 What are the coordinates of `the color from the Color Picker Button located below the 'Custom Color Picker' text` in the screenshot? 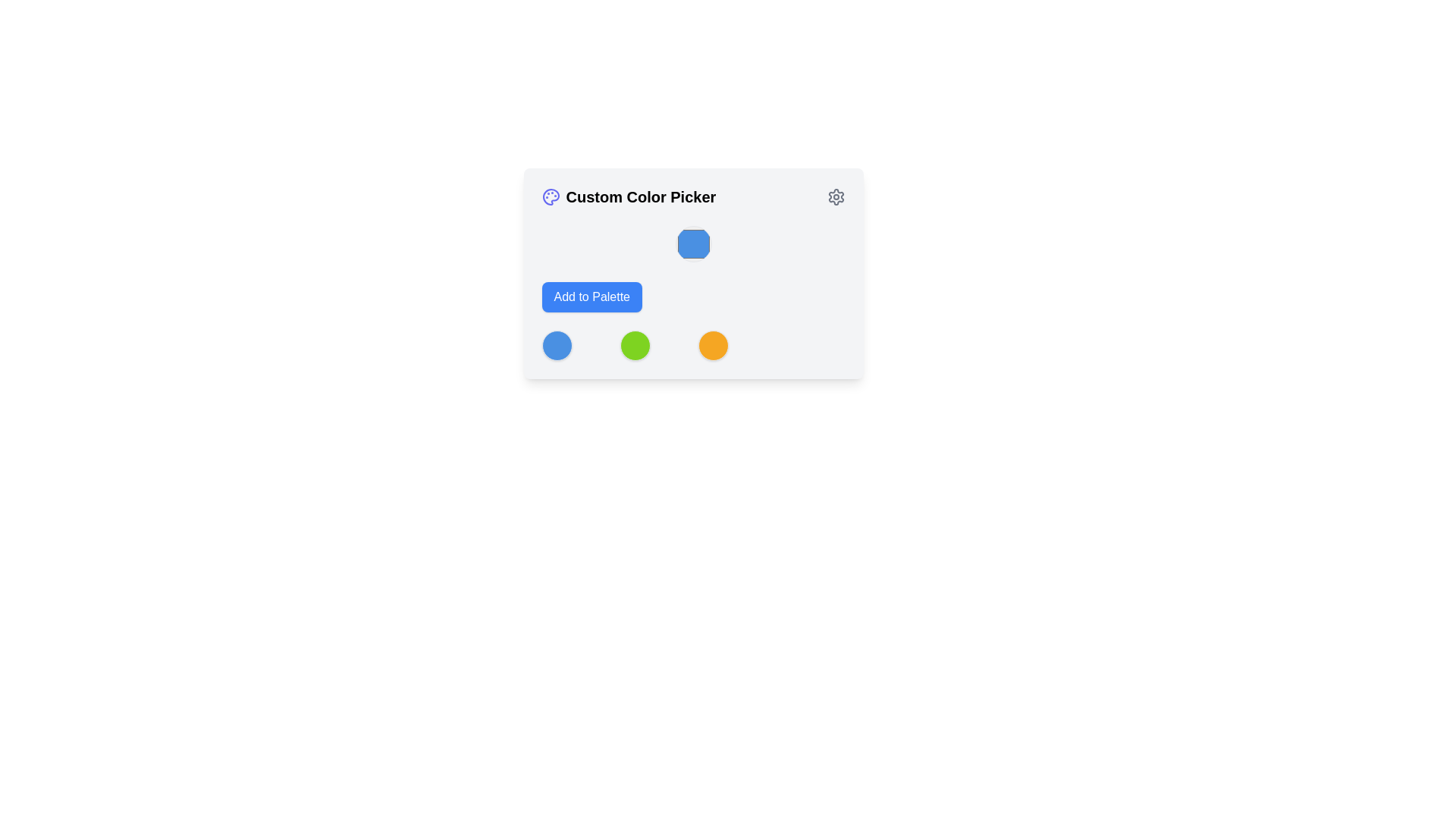 It's located at (692, 274).